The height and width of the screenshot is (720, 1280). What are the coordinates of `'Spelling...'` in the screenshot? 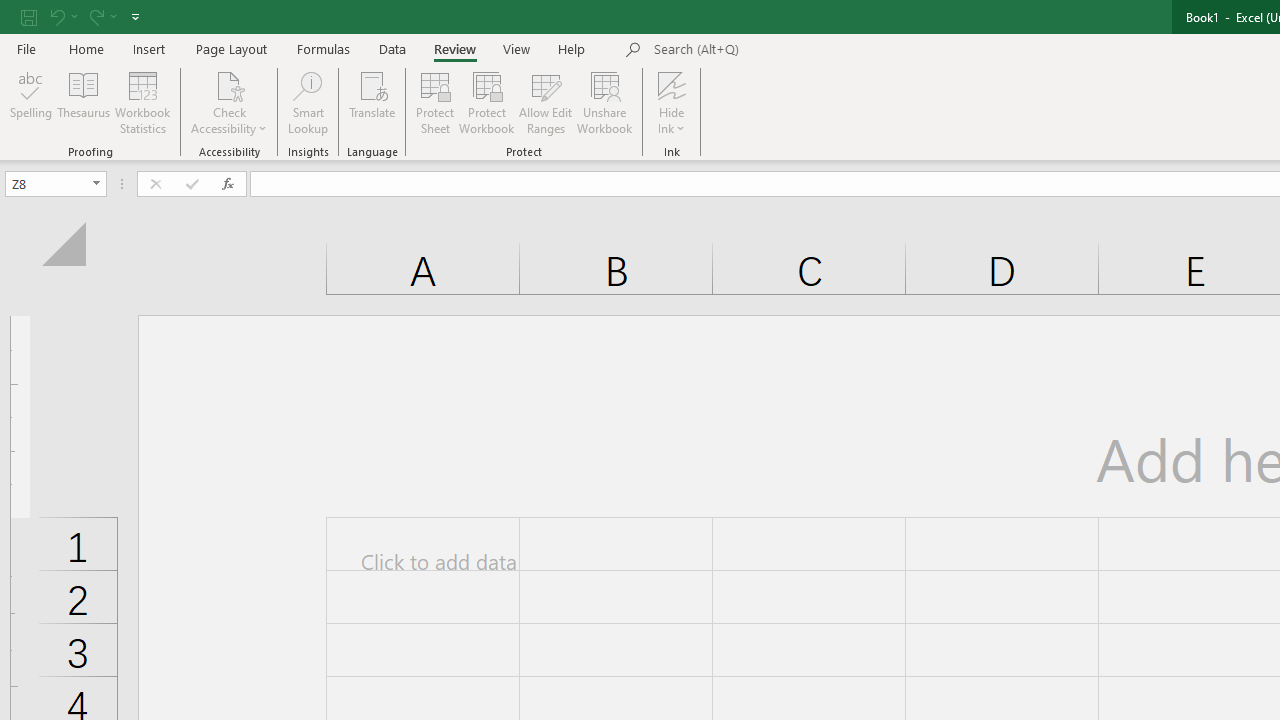 It's located at (31, 103).